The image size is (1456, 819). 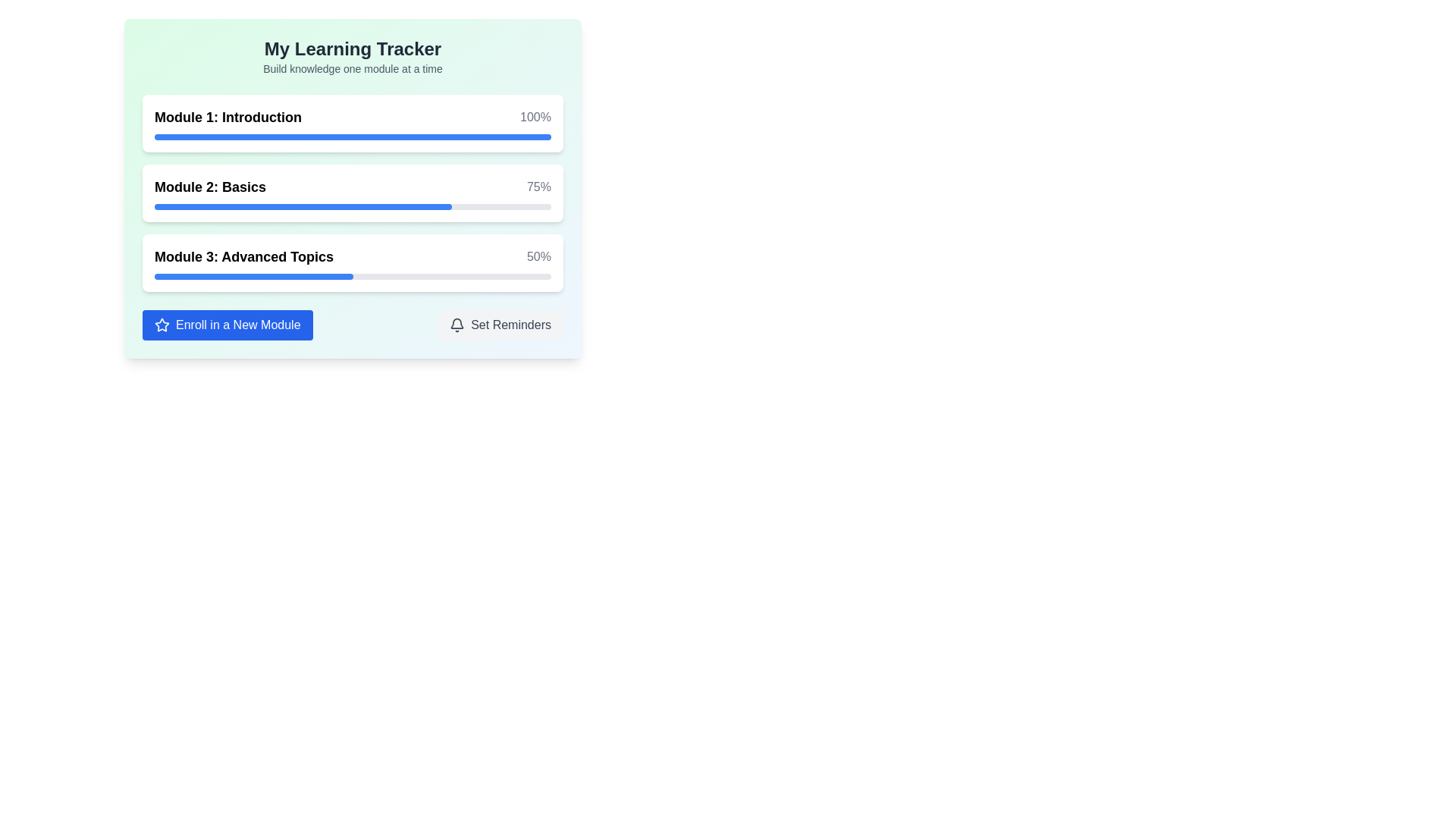 I want to click on the text label that reads 'My Learning Tracker', which is a bold, large, dark gray header at the top of the interface, so click(x=352, y=49).